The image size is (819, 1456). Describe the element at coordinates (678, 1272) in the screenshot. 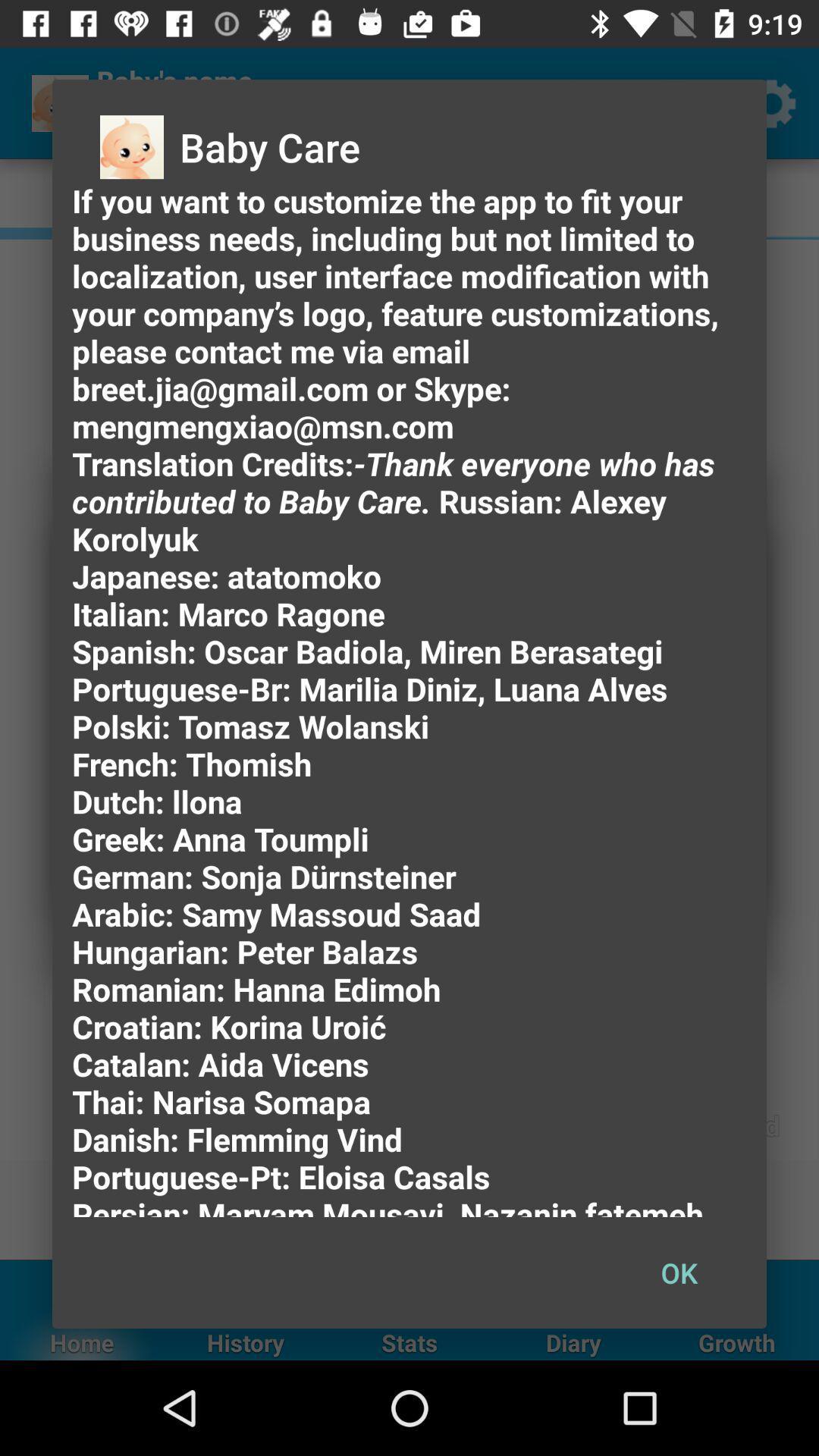

I see `the ok at the bottom right corner` at that location.